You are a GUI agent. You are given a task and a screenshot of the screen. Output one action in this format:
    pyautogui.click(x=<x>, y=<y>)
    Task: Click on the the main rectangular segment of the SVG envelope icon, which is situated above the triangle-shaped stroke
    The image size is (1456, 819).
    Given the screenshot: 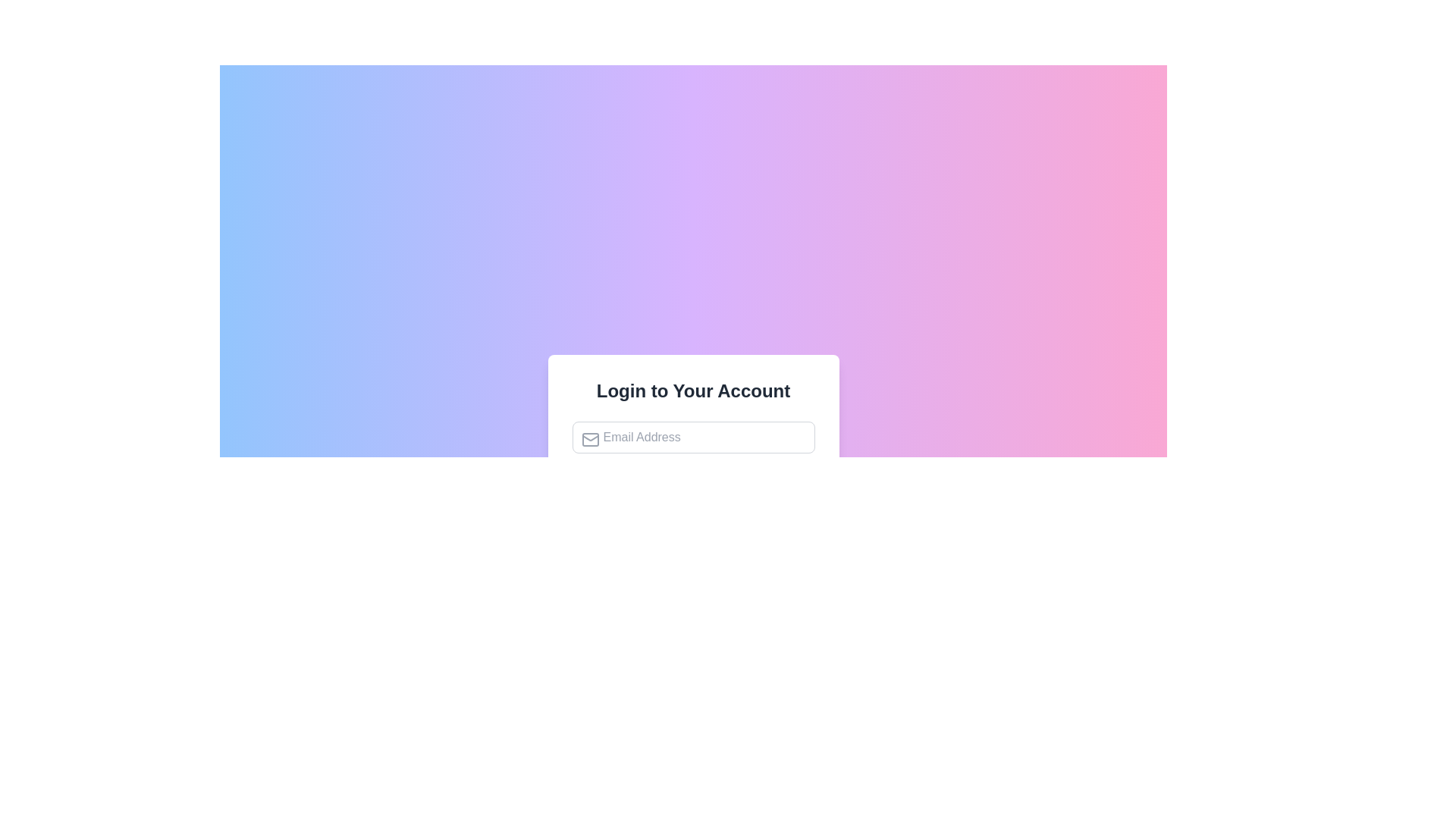 What is the action you would take?
    pyautogui.click(x=589, y=439)
    